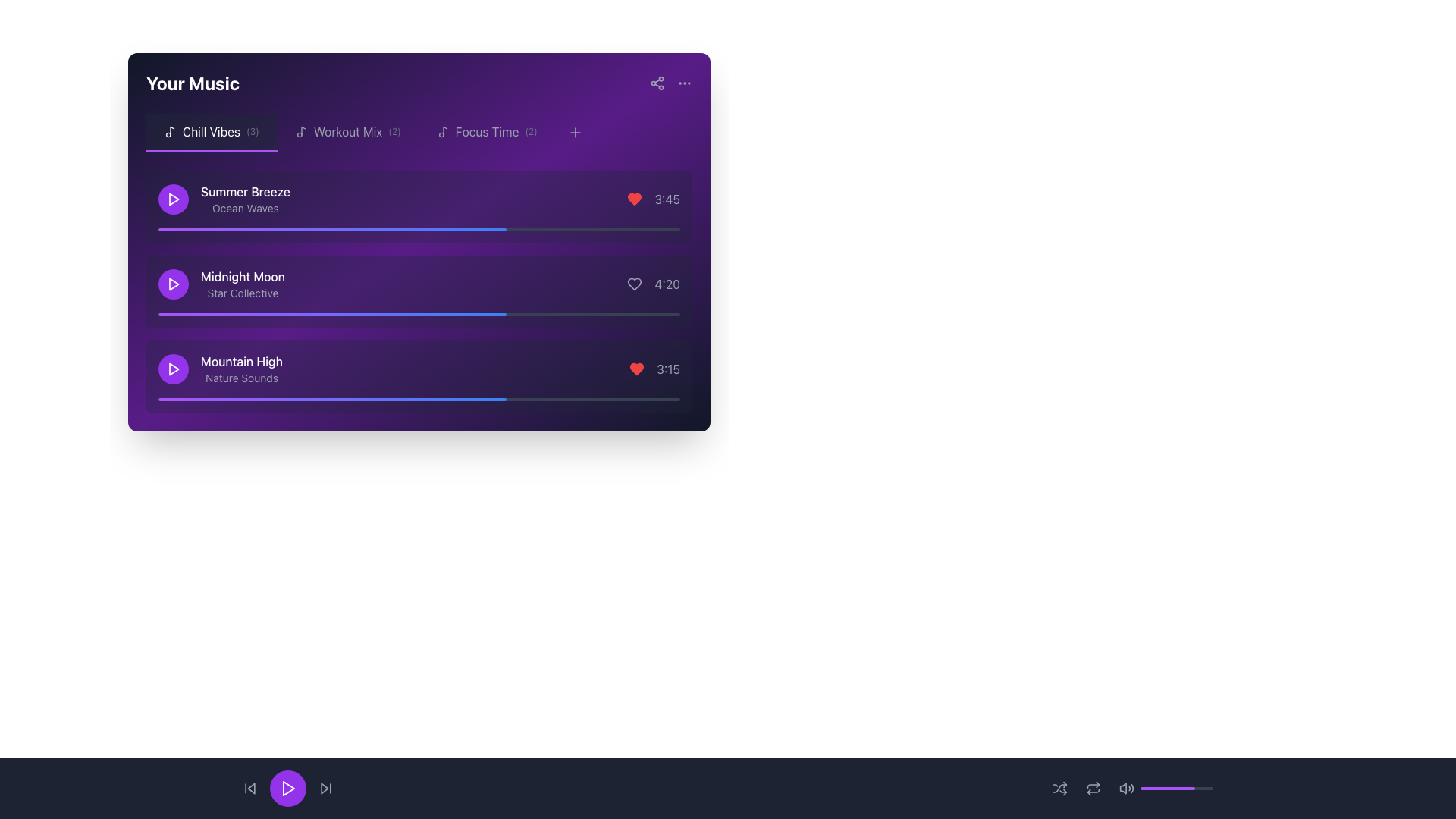  I want to click on the progress bar, so click(419, 314).